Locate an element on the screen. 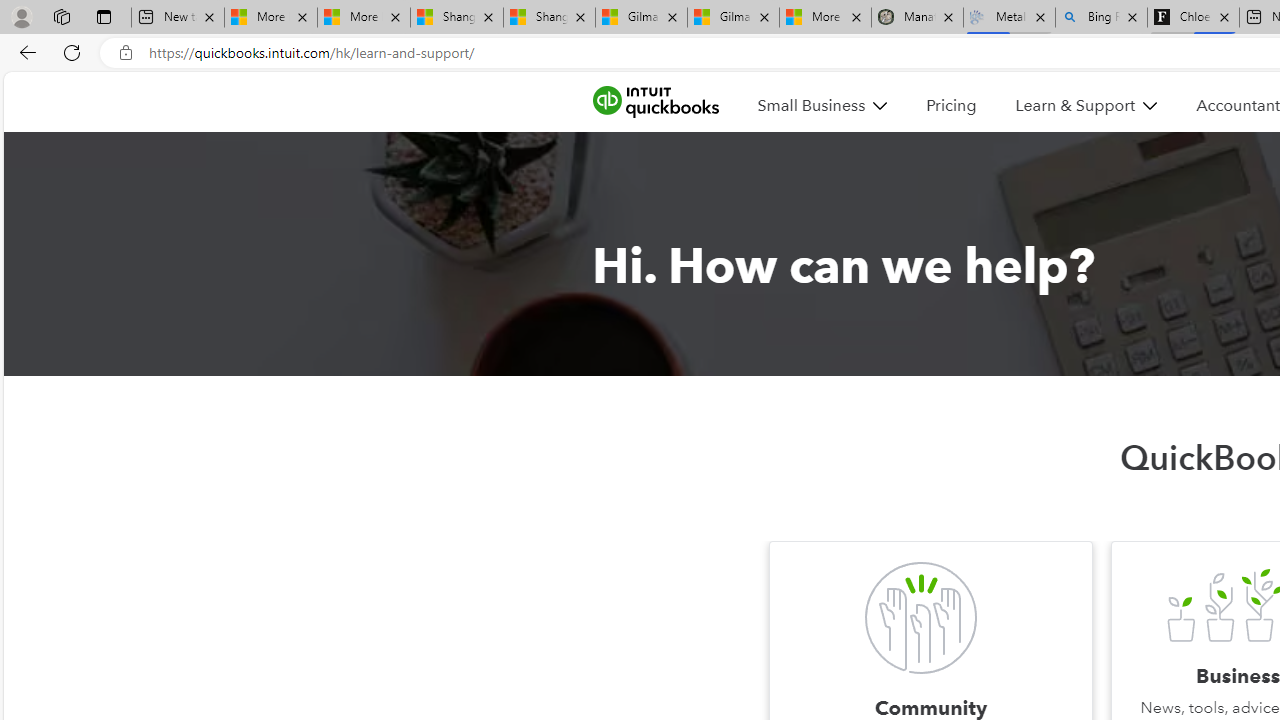 The width and height of the screenshot is (1280, 720). 'Learn & Support' is located at coordinates (1074, 105).